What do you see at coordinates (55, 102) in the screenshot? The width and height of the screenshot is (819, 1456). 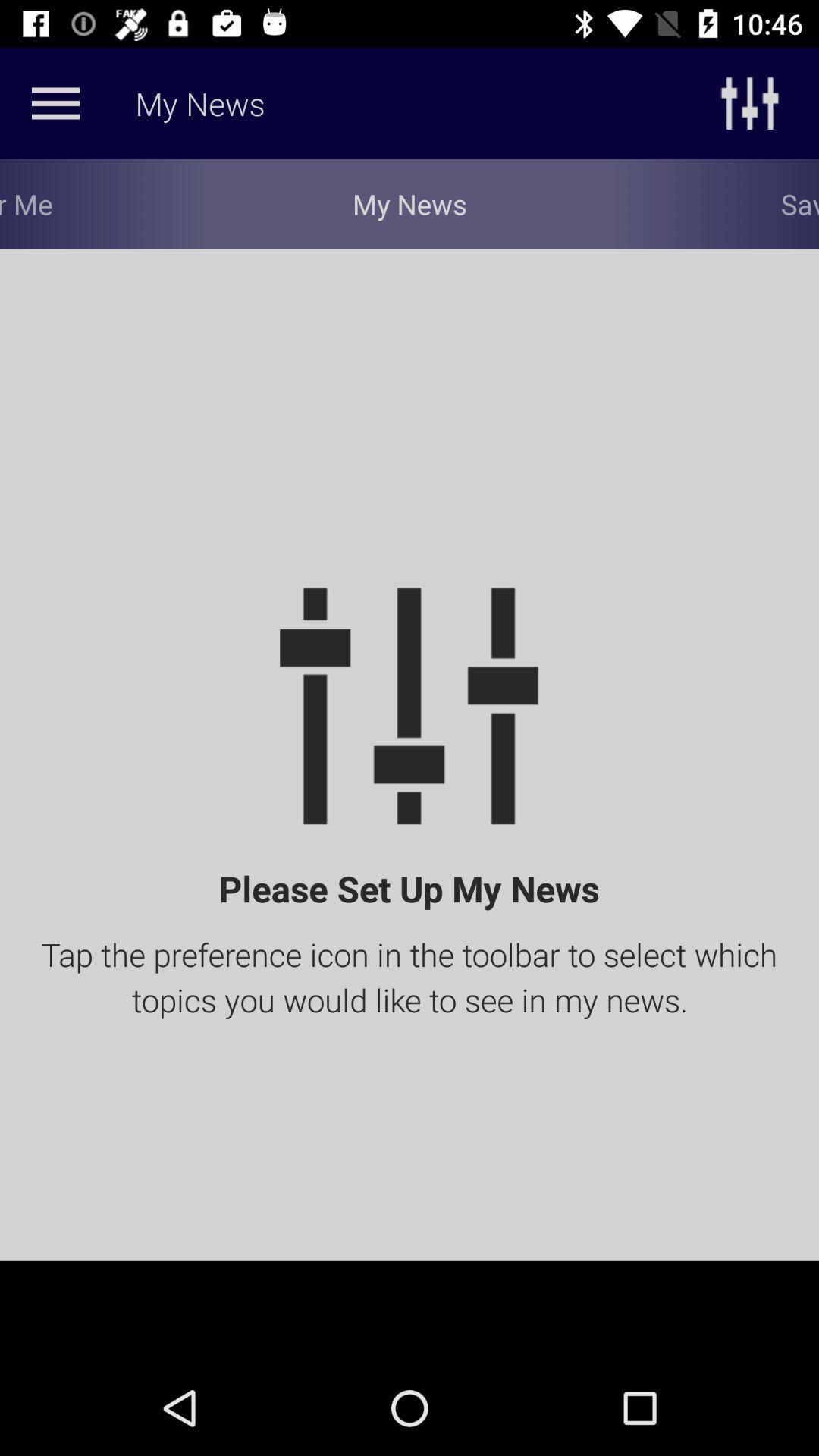 I see `options` at bounding box center [55, 102].